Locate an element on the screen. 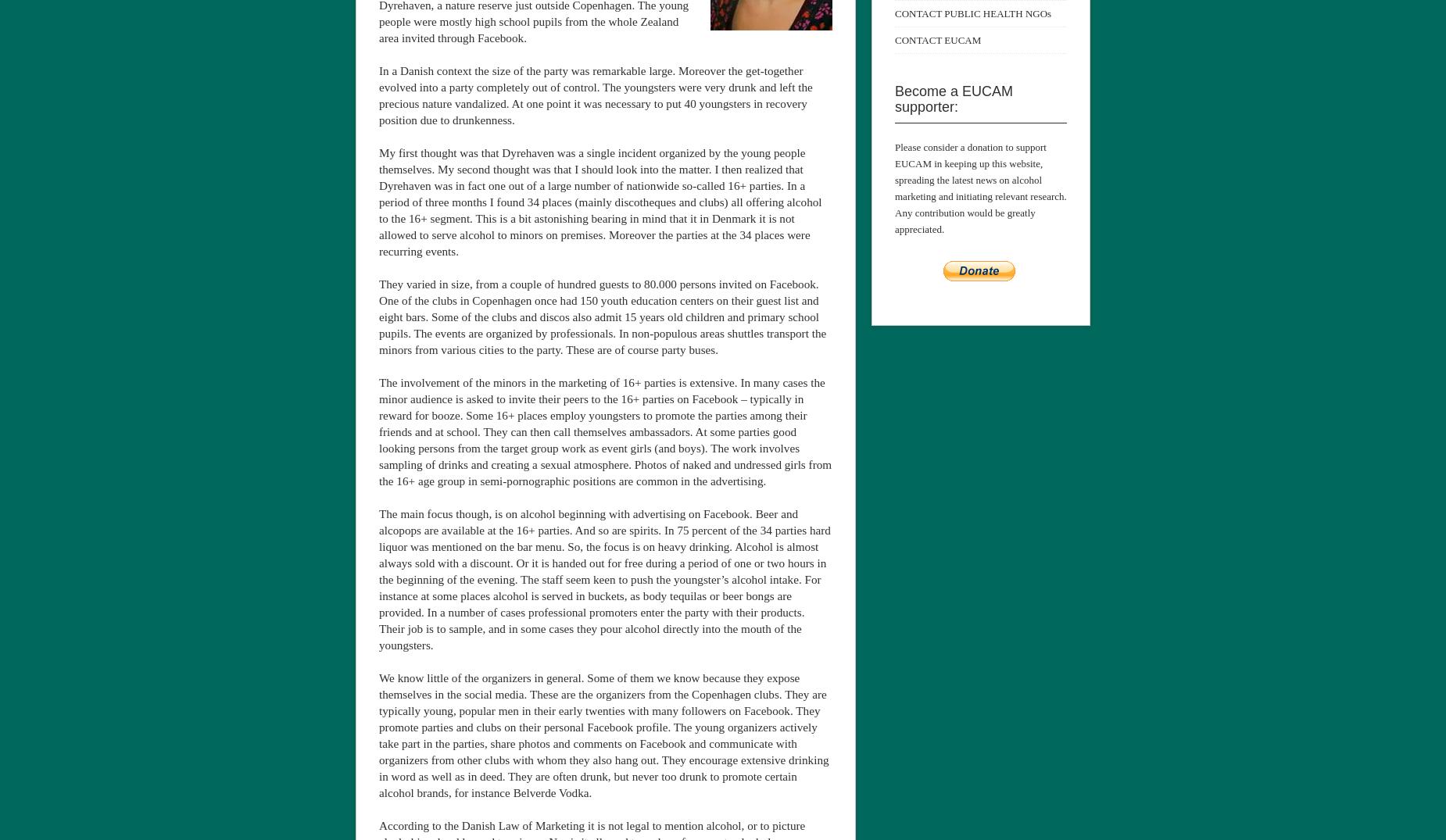 This screenshot has width=1446, height=840. 'Become a EUCAM supporter:' is located at coordinates (893, 97).